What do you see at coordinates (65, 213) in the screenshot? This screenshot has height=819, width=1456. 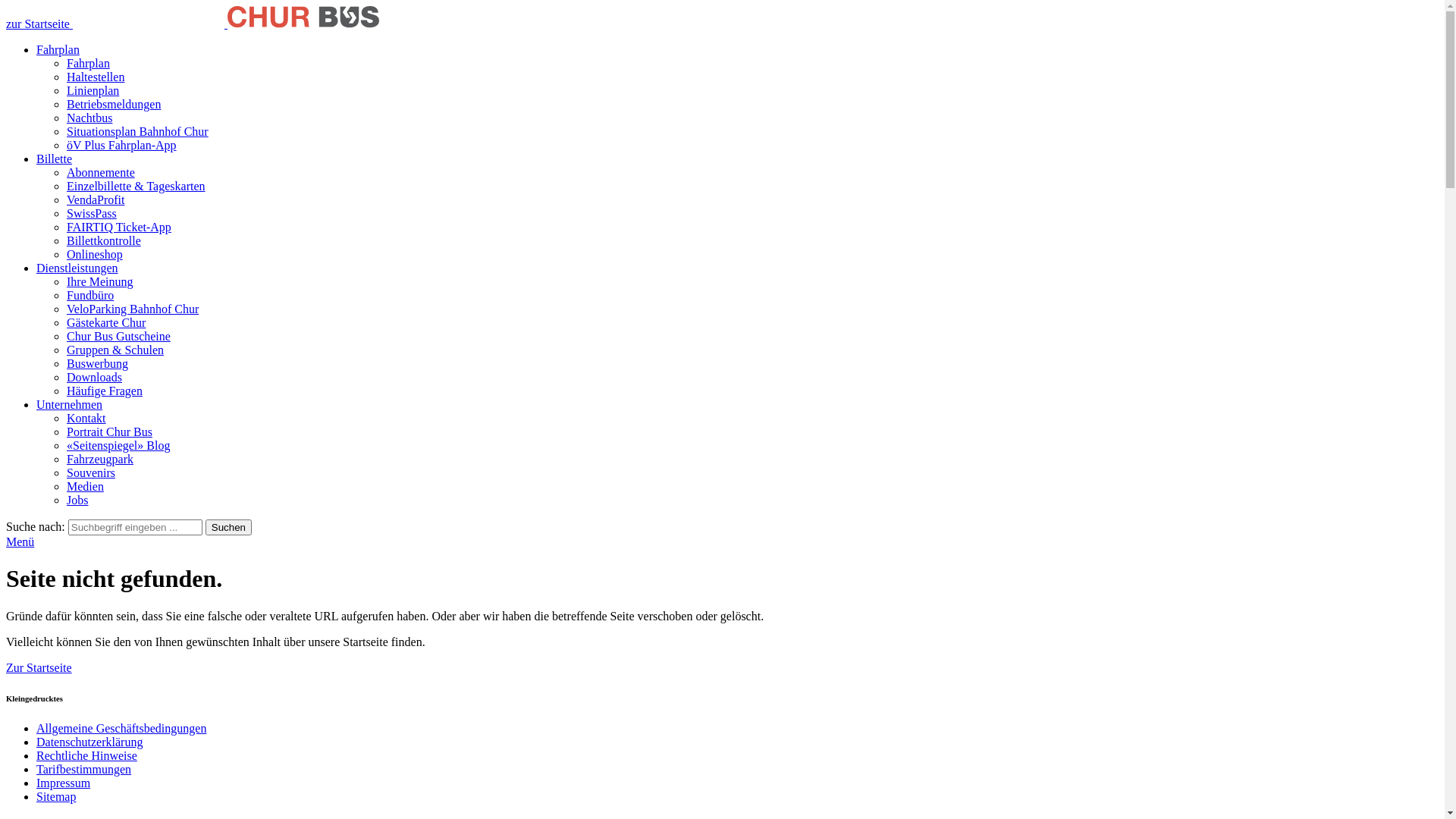 I see `'SwissPass'` at bounding box center [65, 213].